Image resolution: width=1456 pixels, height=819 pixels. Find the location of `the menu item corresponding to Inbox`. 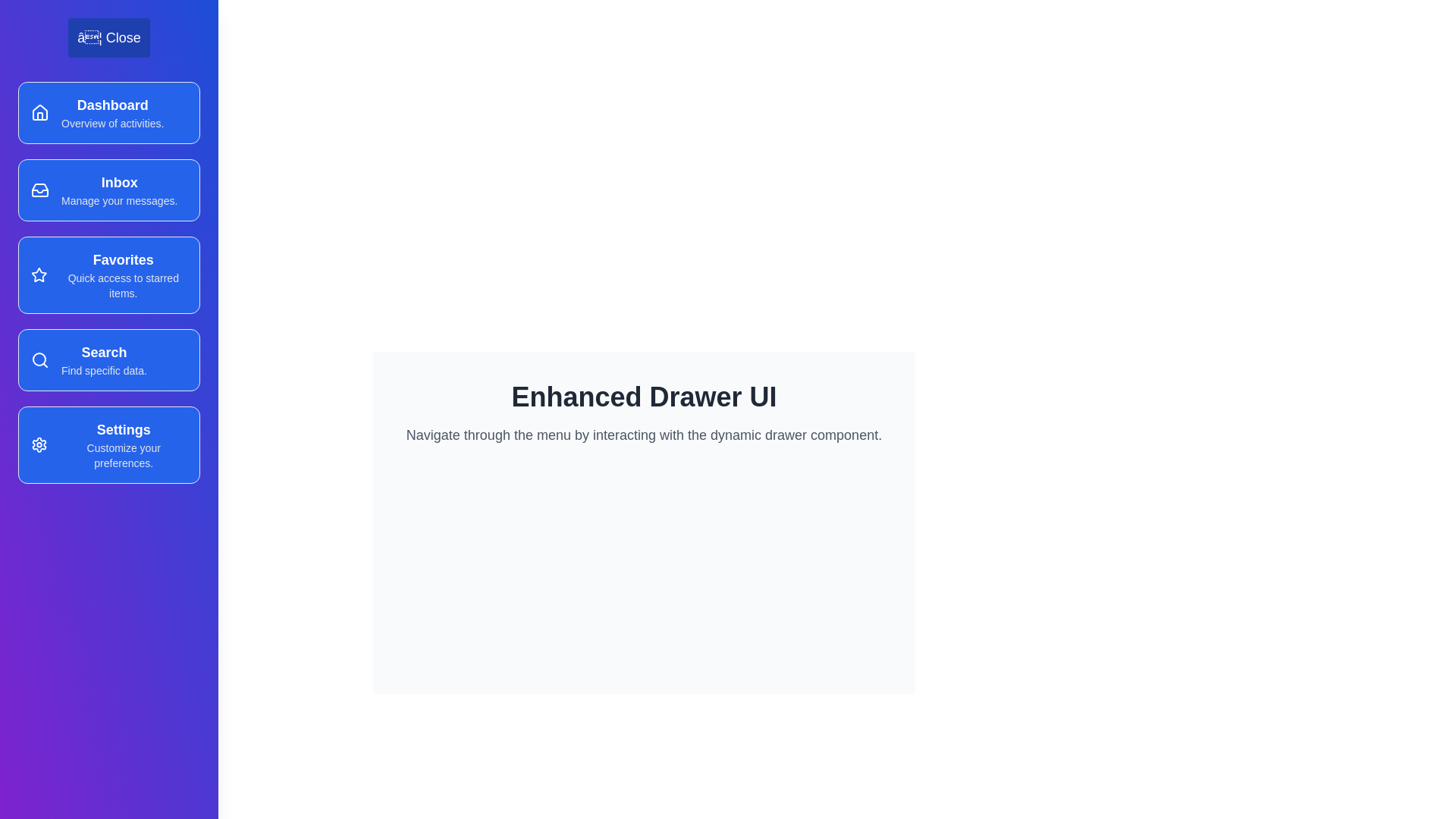

the menu item corresponding to Inbox is located at coordinates (108, 189).